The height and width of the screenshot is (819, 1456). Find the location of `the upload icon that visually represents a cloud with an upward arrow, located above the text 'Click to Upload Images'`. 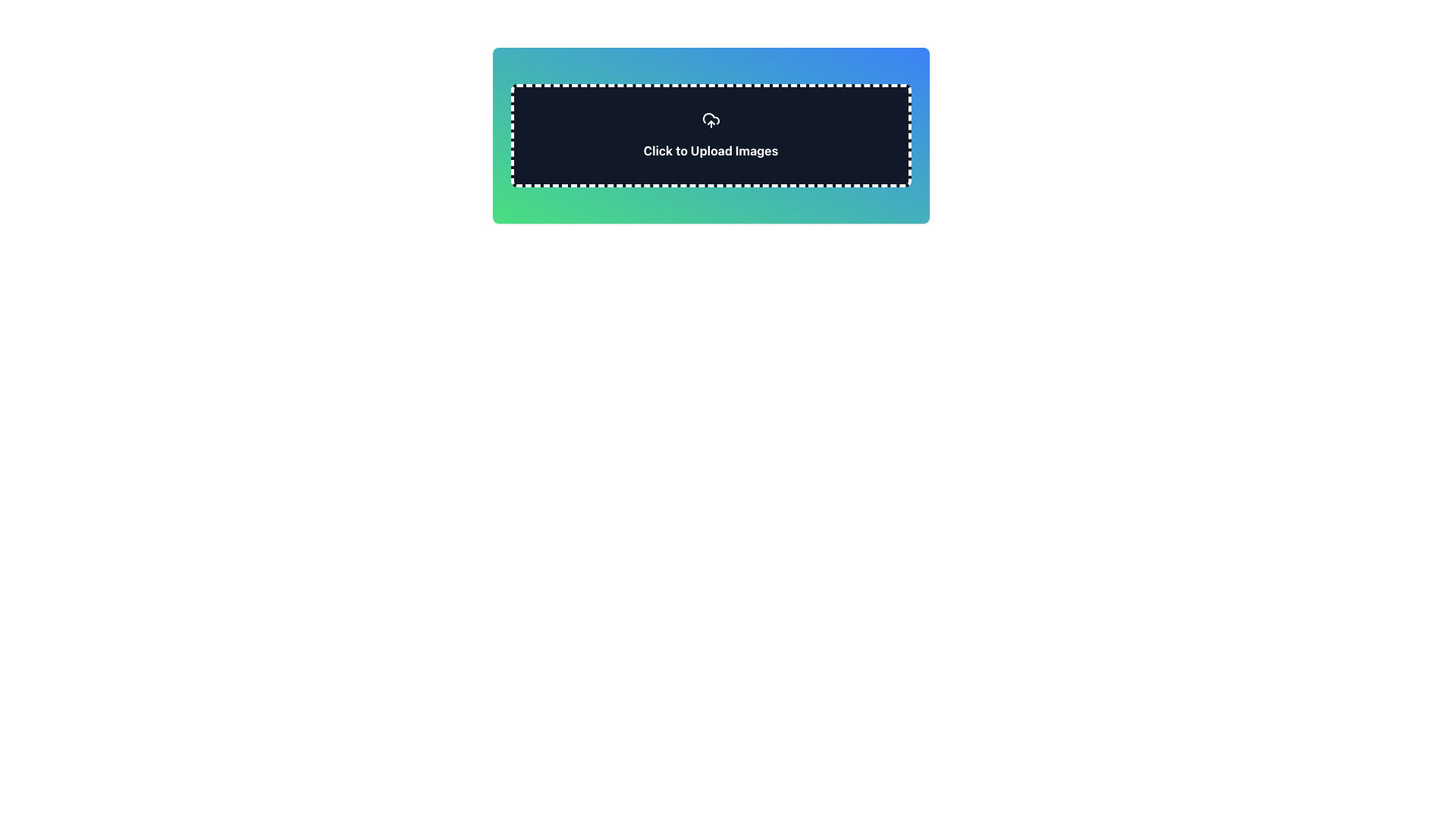

the upload icon that visually represents a cloud with an upward arrow, located above the text 'Click to Upload Images' is located at coordinates (710, 119).